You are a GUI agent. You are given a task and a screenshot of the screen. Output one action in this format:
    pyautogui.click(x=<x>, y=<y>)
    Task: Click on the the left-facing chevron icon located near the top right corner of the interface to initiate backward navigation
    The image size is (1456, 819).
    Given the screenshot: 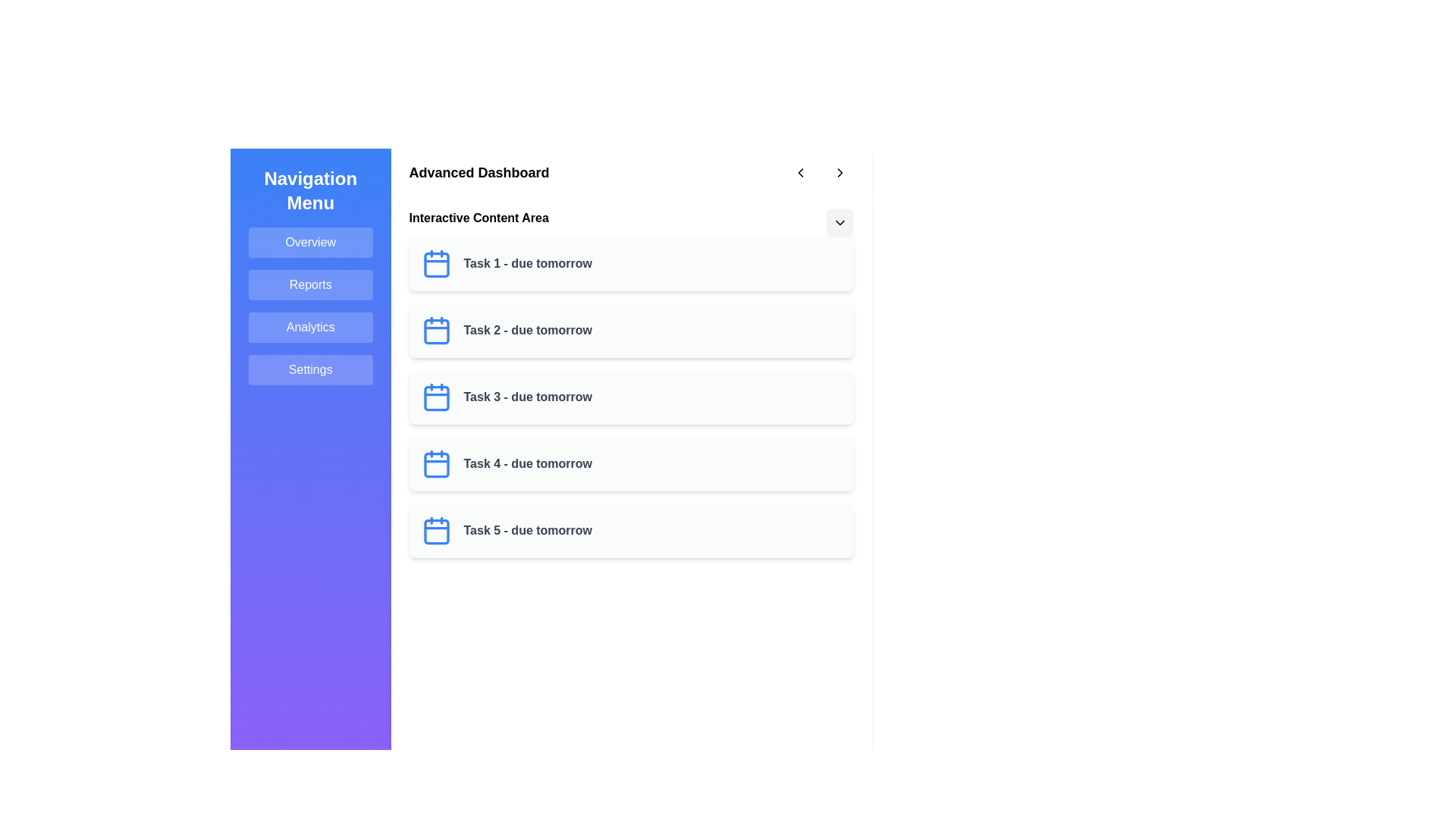 What is the action you would take?
    pyautogui.click(x=800, y=171)
    